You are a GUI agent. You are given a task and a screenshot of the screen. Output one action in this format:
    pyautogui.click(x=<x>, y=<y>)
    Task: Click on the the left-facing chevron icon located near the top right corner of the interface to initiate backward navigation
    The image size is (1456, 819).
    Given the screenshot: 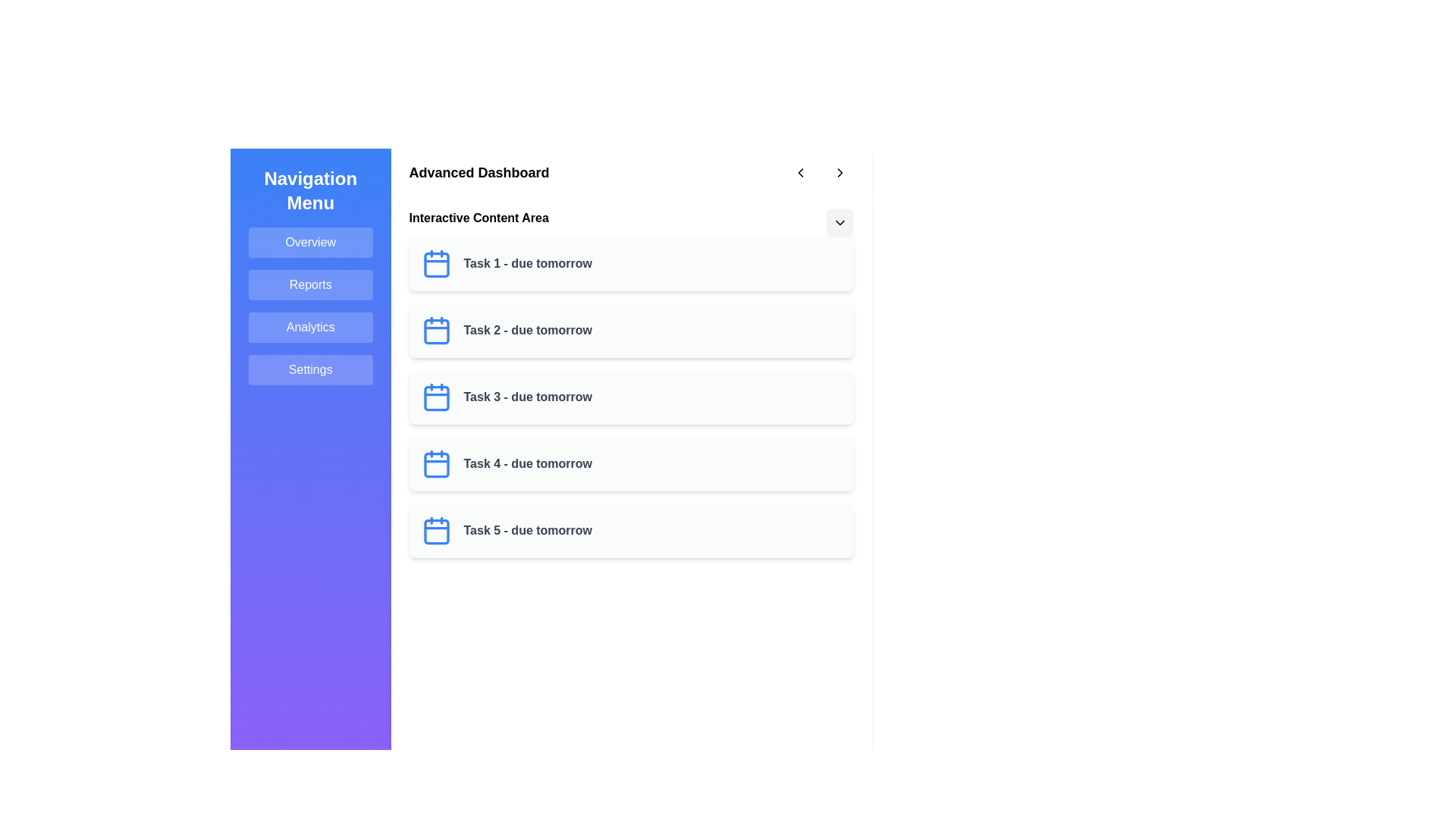 What is the action you would take?
    pyautogui.click(x=800, y=171)
    